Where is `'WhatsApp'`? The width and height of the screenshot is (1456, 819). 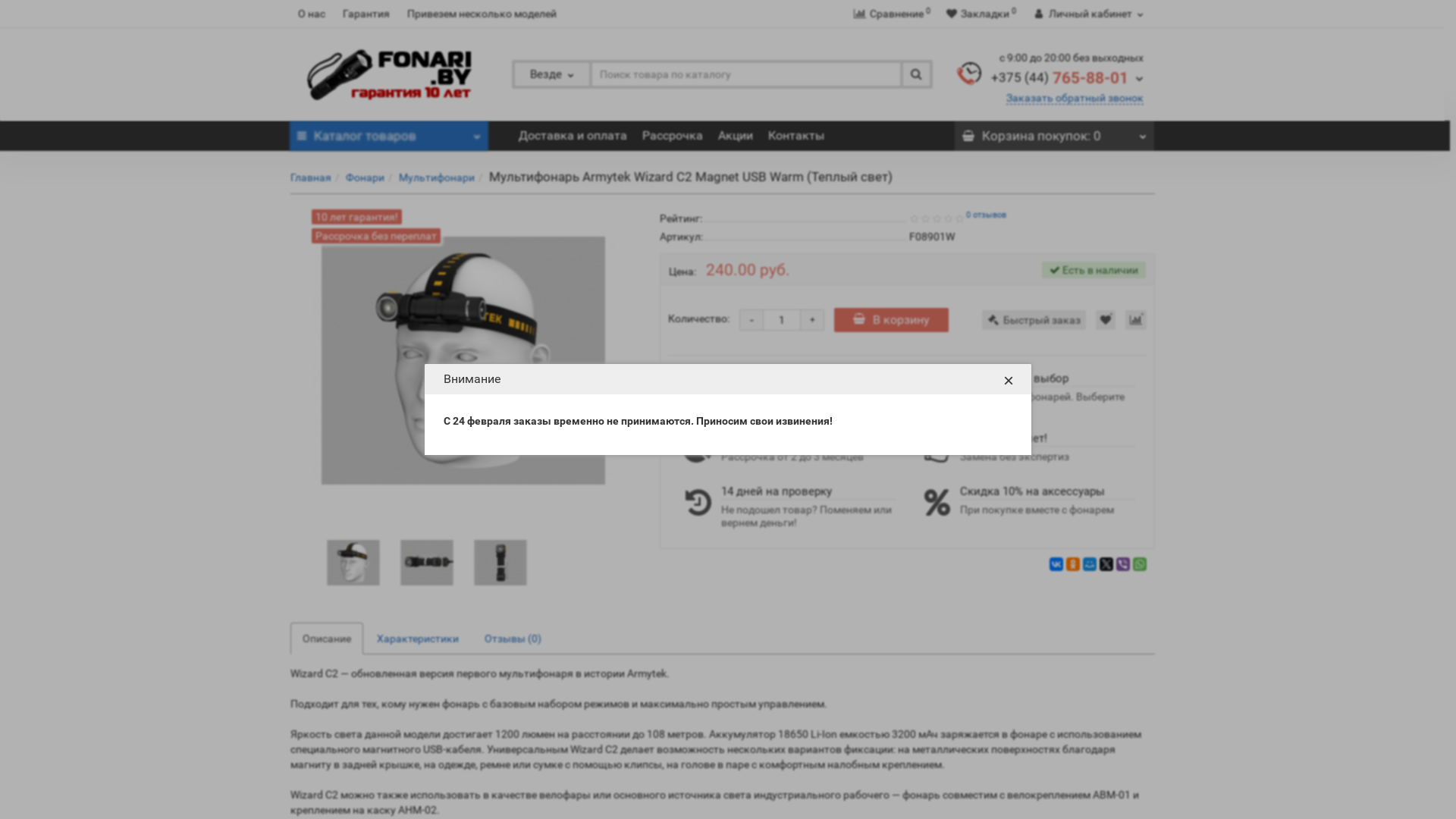 'WhatsApp' is located at coordinates (1139, 564).